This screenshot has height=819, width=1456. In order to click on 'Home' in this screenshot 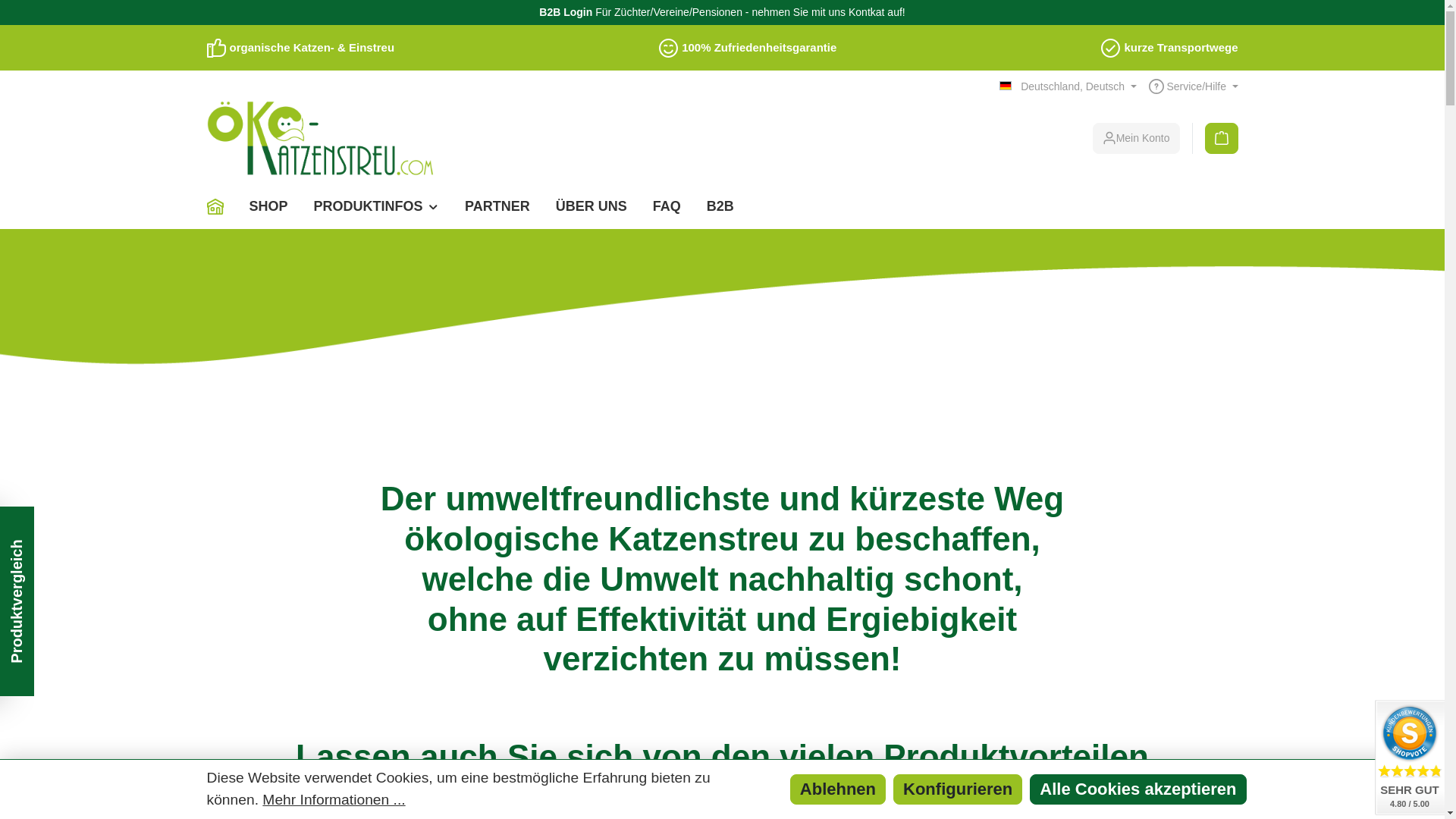, I will do `click(220, 206)`.